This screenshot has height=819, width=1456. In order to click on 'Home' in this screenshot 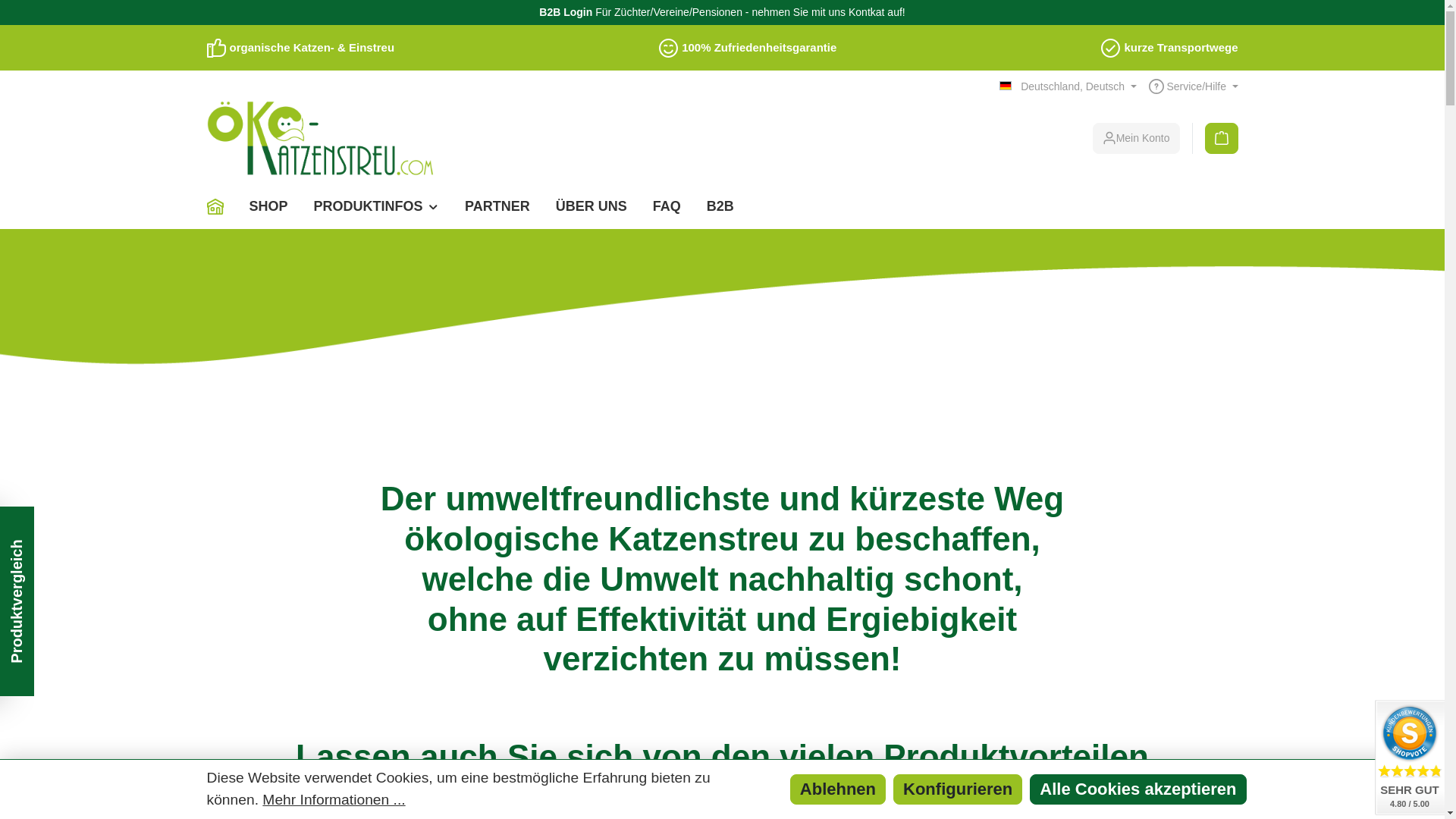, I will do `click(220, 206)`.